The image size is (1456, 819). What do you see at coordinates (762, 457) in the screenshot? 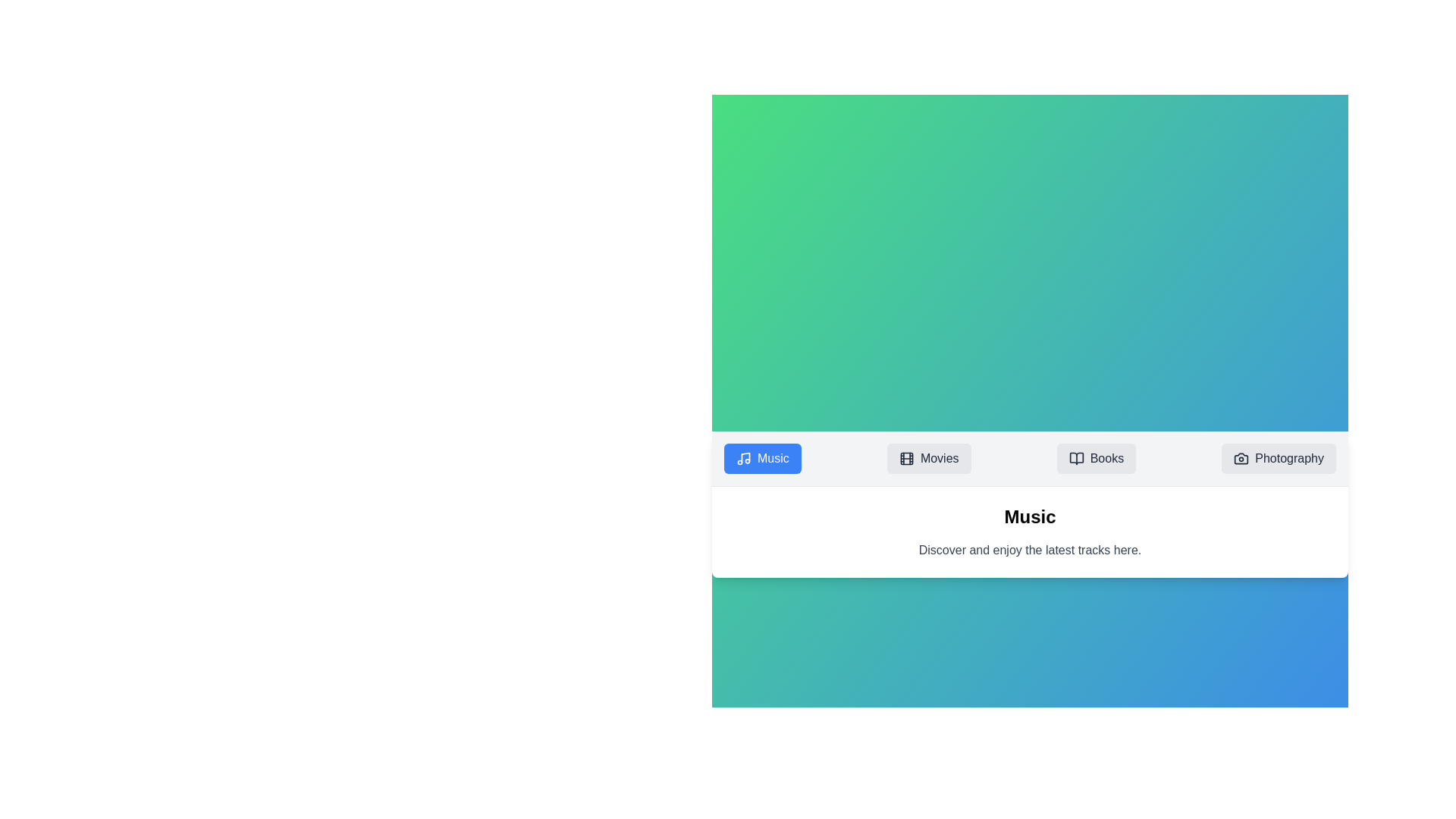
I see `the blue button labeled 'Music' with a musical note icon to initiate specific Music-related actions` at bounding box center [762, 457].